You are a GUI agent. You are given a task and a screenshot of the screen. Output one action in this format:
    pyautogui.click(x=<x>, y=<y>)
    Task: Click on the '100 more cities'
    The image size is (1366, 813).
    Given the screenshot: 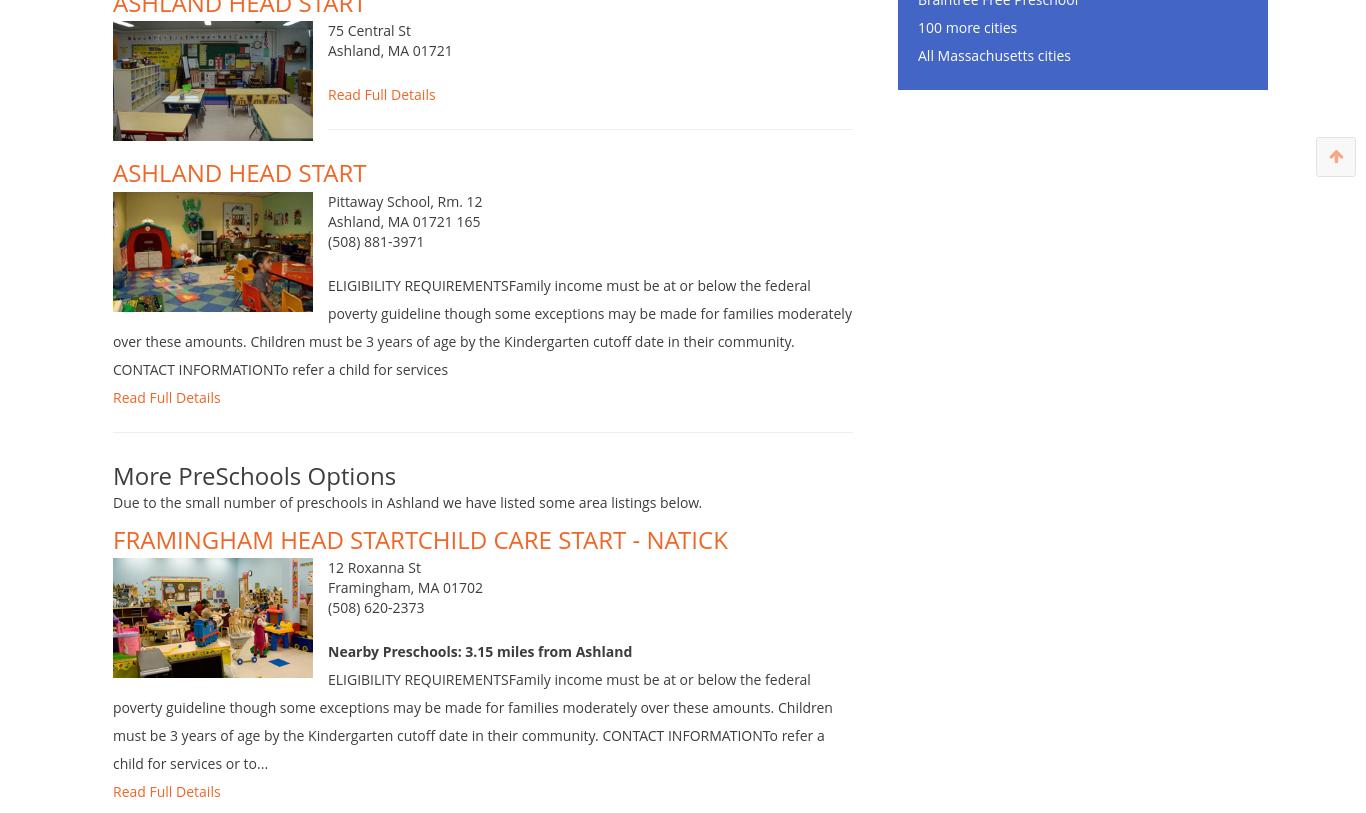 What is the action you would take?
    pyautogui.click(x=967, y=57)
    